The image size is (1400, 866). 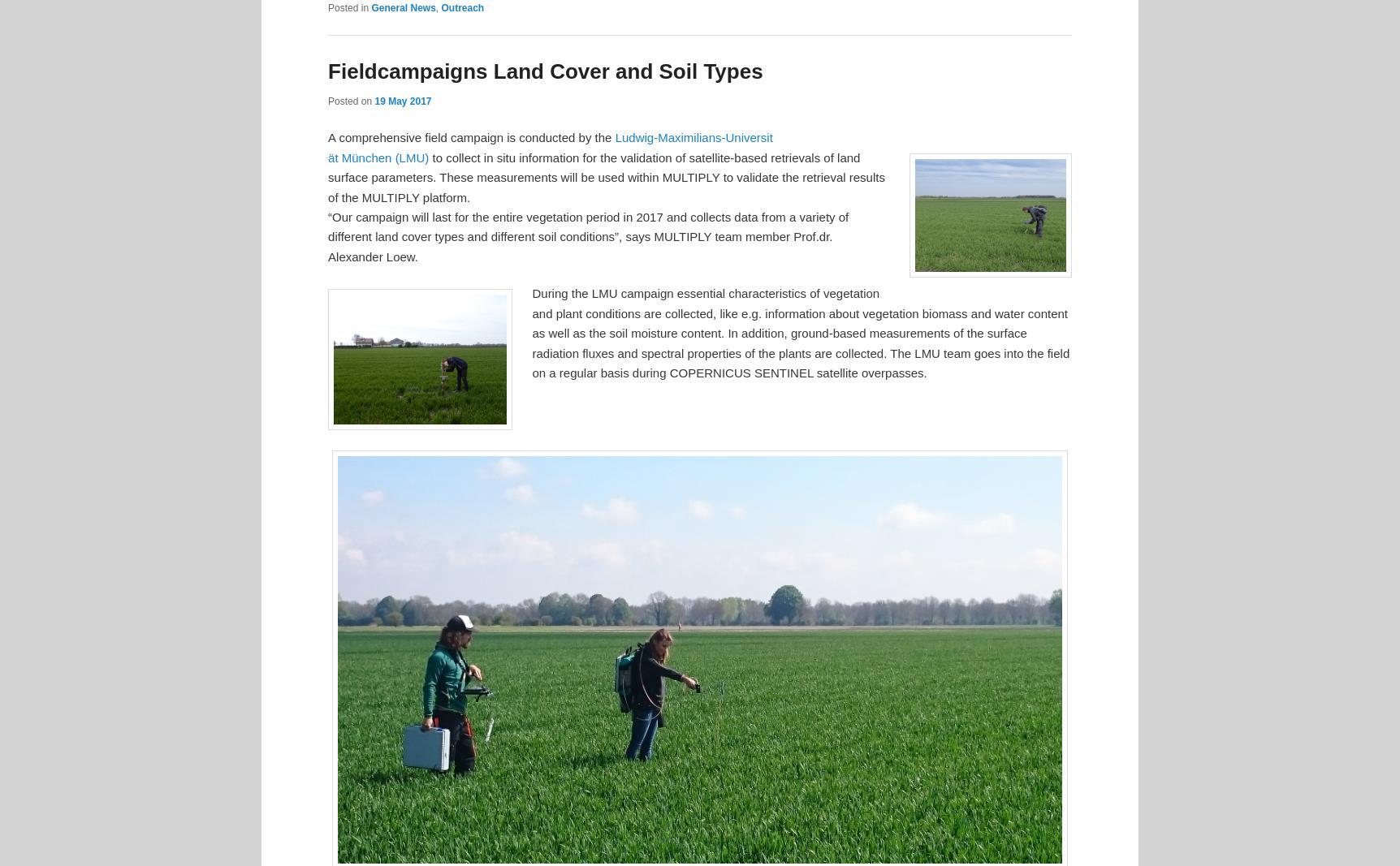 What do you see at coordinates (374, 101) in the screenshot?
I see `'19 May 2017'` at bounding box center [374, 101].